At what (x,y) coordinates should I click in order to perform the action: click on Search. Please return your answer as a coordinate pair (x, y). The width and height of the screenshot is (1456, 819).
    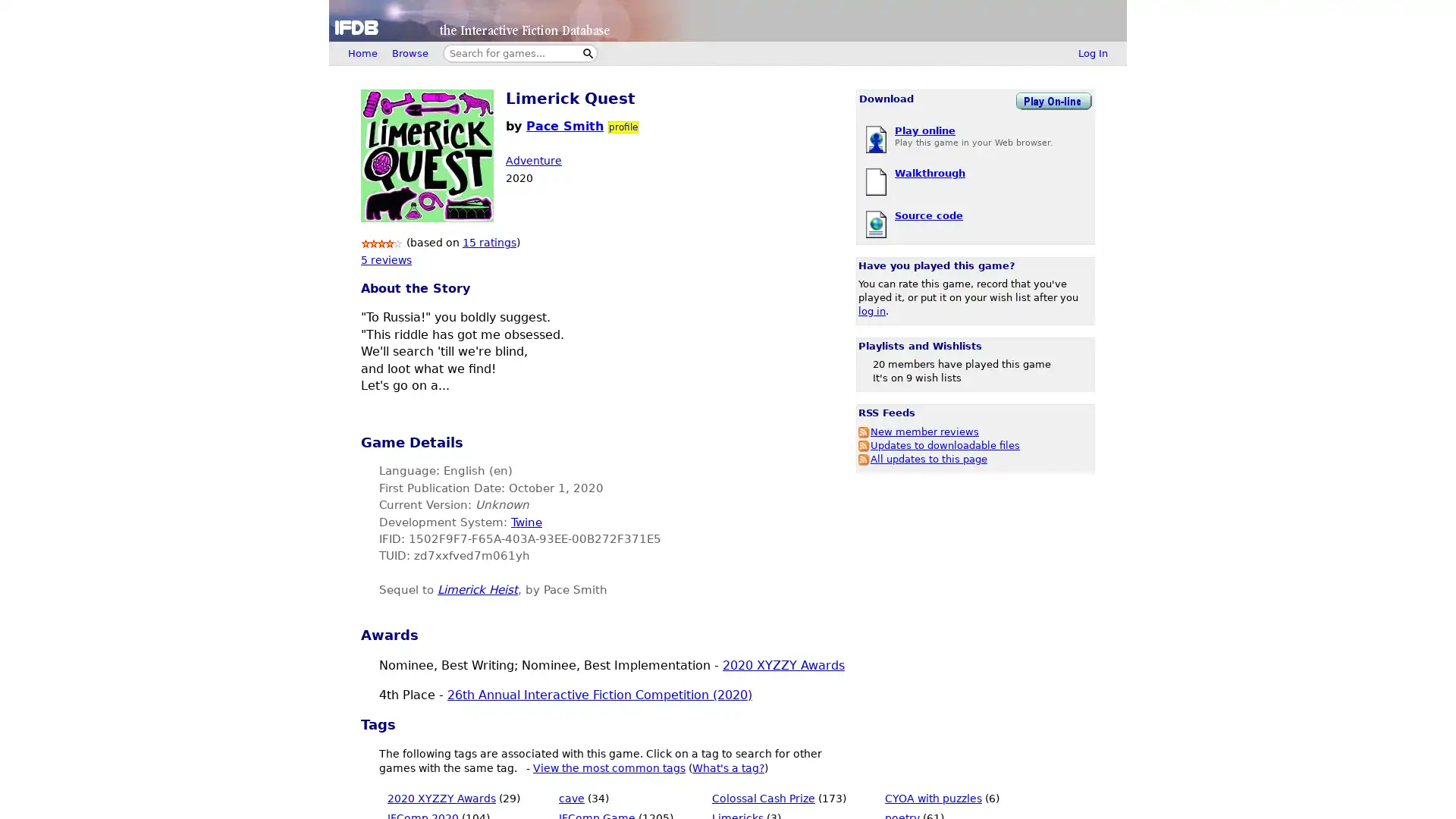
    Looking at the image, I should click on (587, 52).